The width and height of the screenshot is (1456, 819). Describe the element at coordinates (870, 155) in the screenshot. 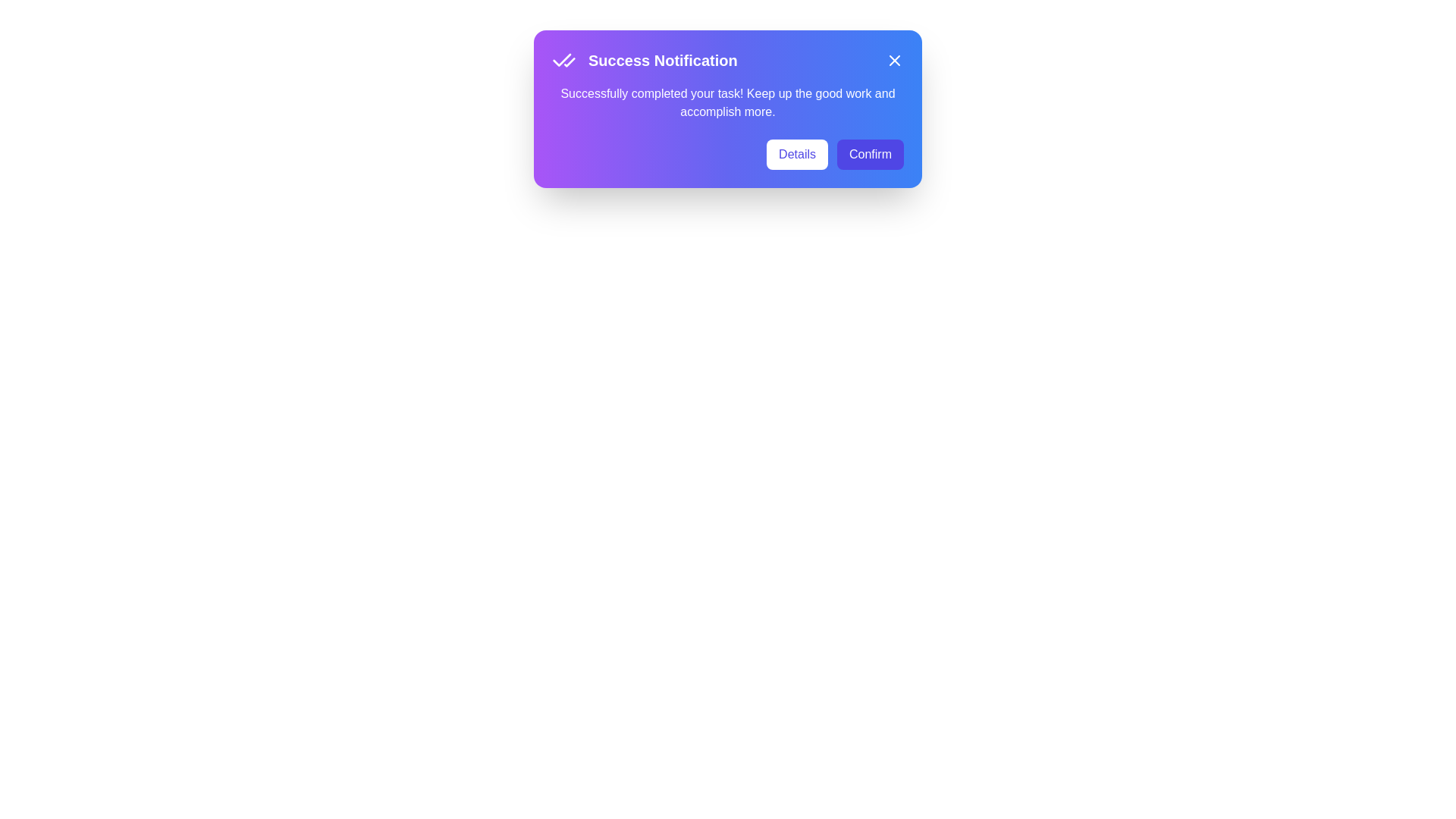

I see `the 'Confirm' button to acknowledge the notification` at that location.